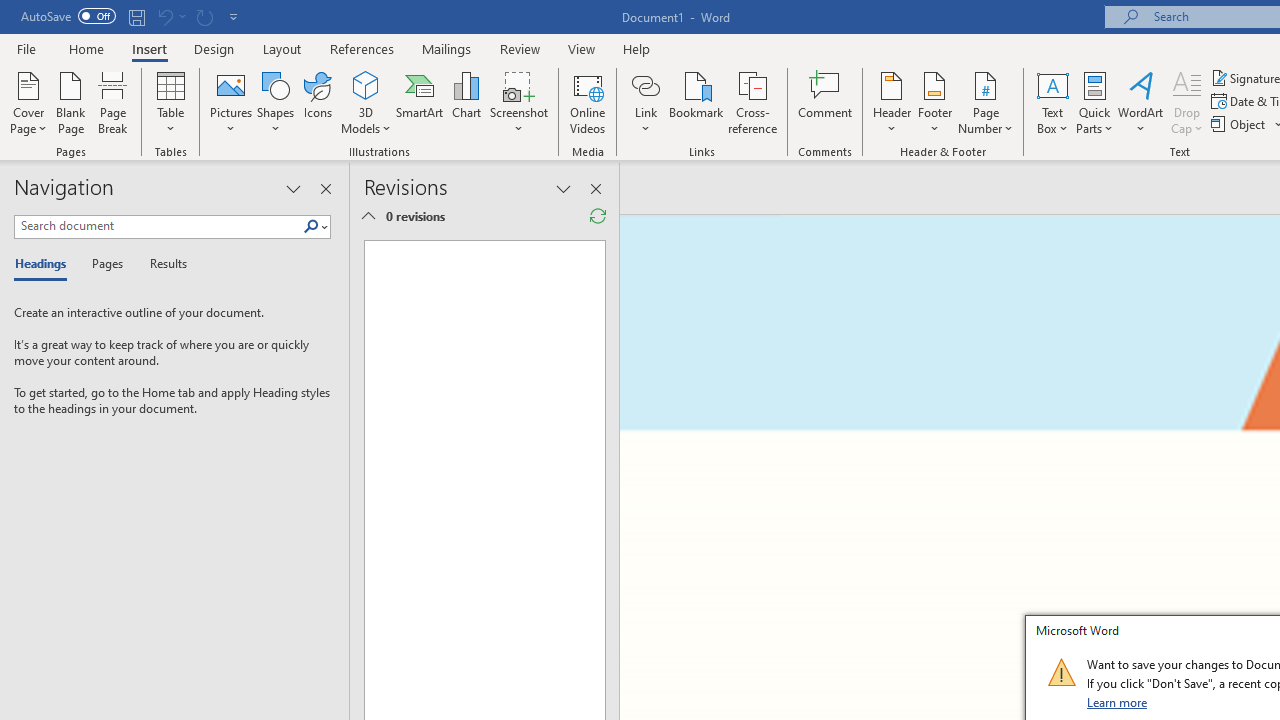  I want to click on 'Comment', so click(825, 103).